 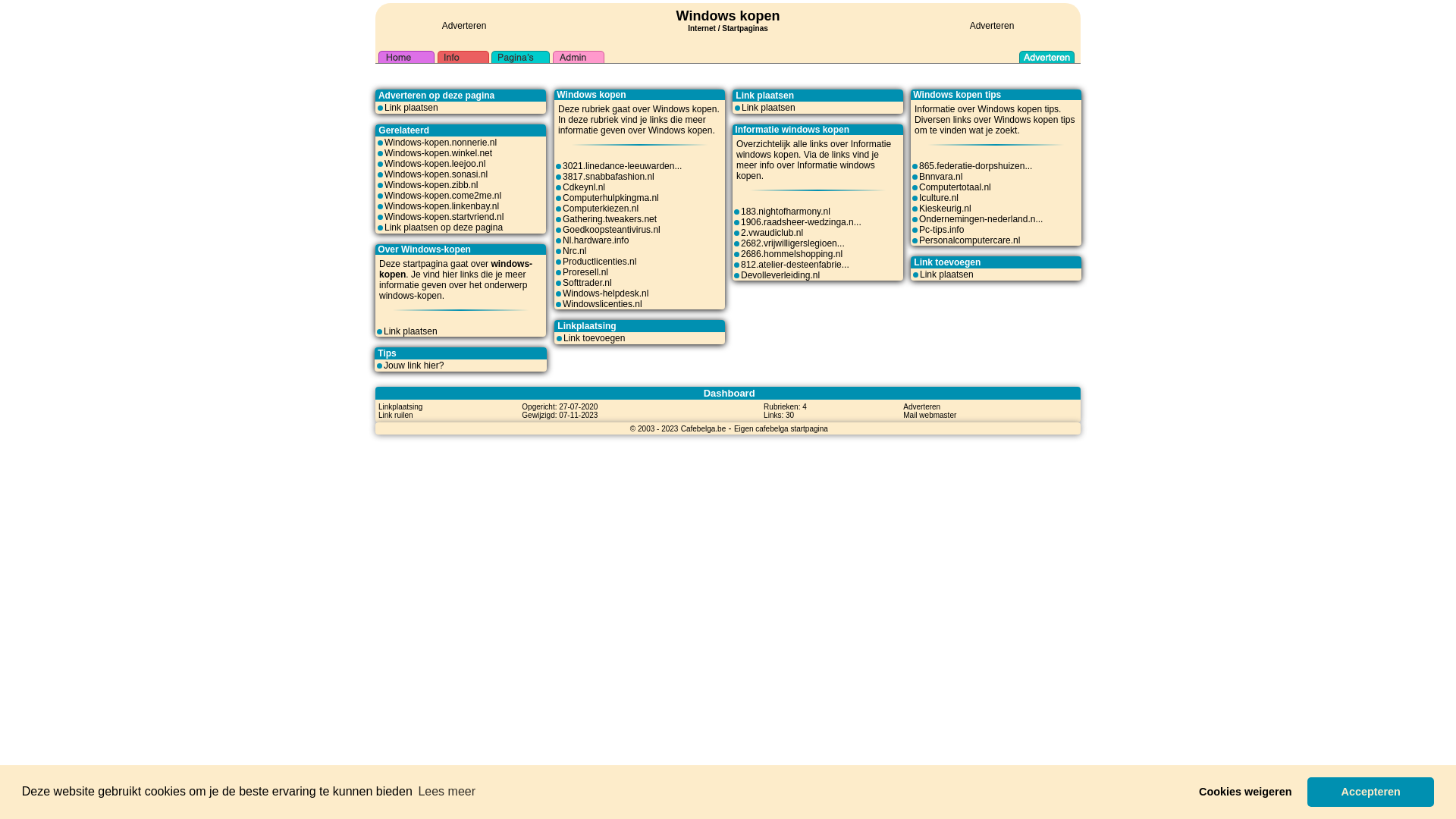 What do you see at coordinates (918, 239) in the screenshot?
I see `'Personalcomputercare.nl'` at bounding box center [918, 239].